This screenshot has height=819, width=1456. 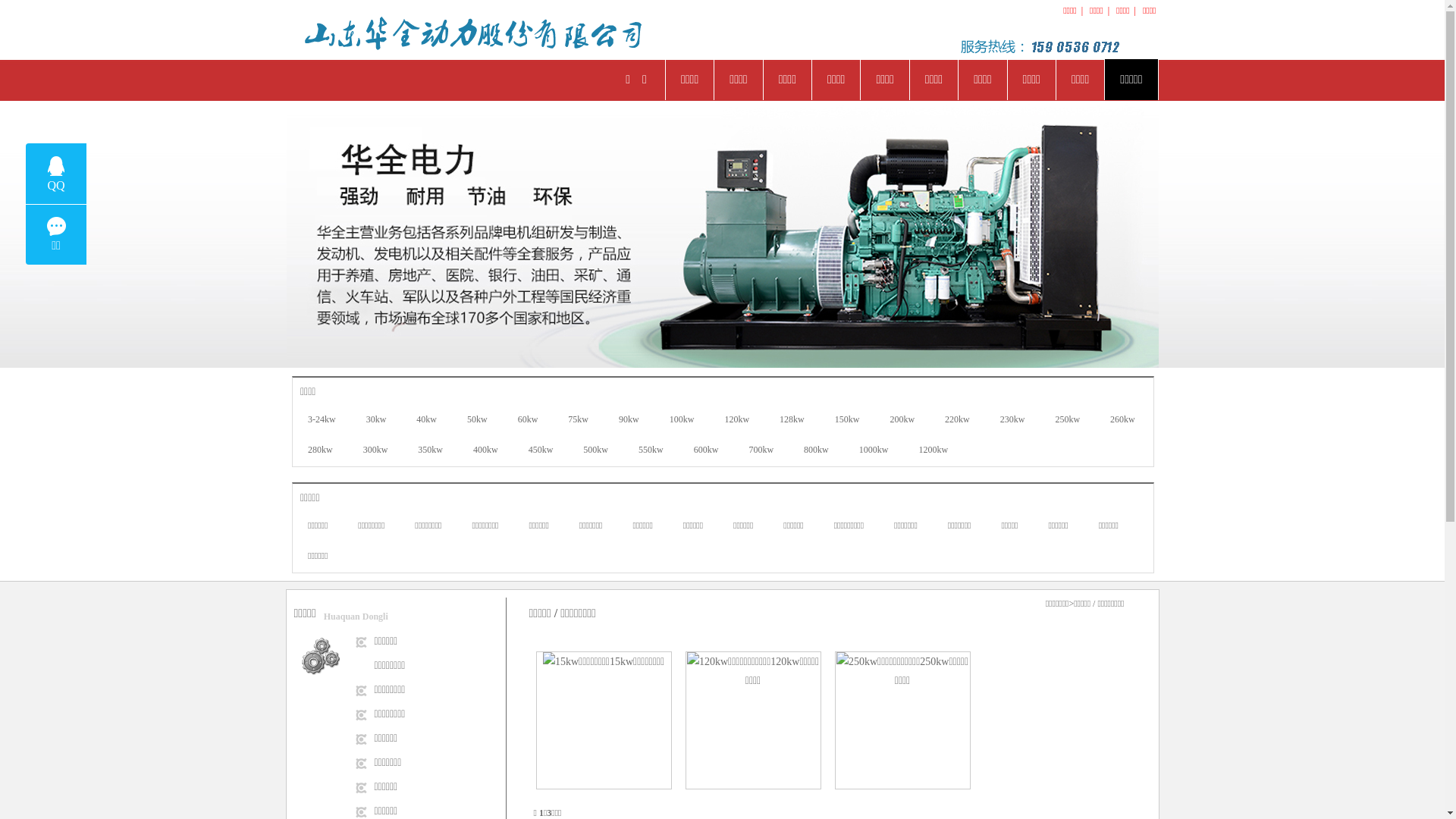 What do you see at coordinates (577, 419) in the screenshot?
I see `'75kw'` at bounding box center [577, 419].